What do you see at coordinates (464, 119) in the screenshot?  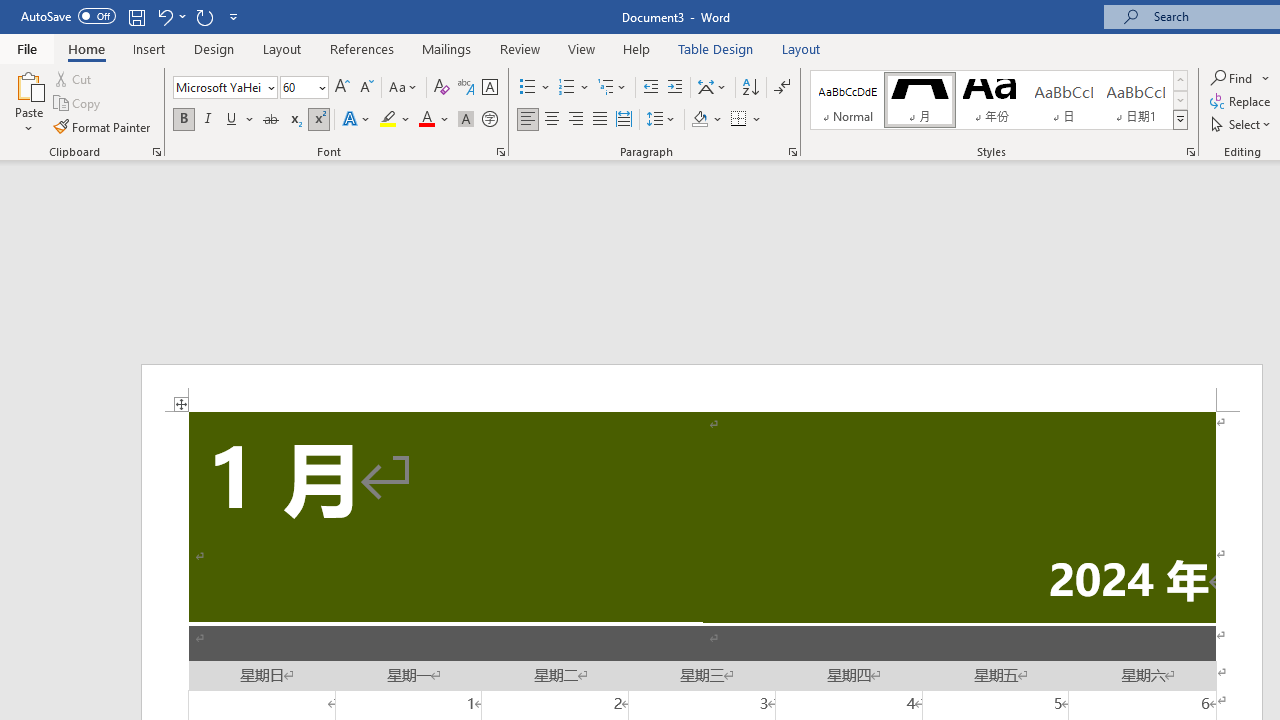 I see `'Character Shading'` at bounding box center [464, 119].